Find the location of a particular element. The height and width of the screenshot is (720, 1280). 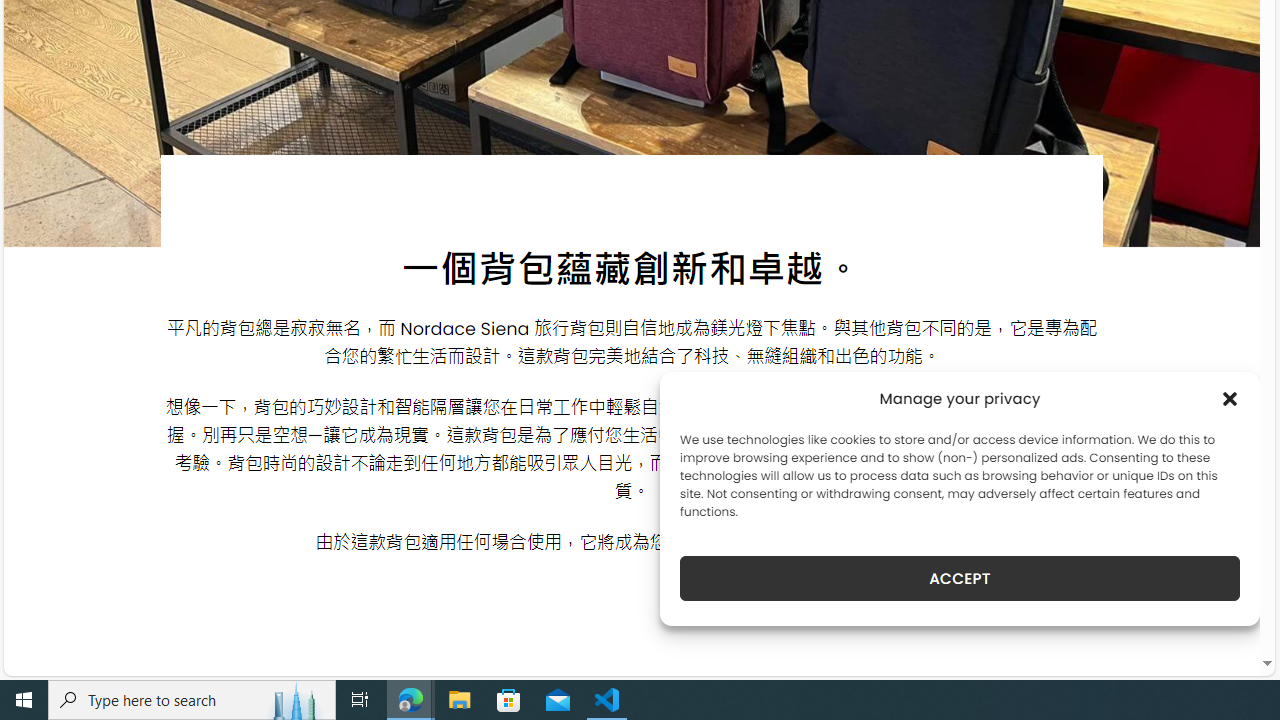

'Microsoft Store' is located at coordinates (509, 698).